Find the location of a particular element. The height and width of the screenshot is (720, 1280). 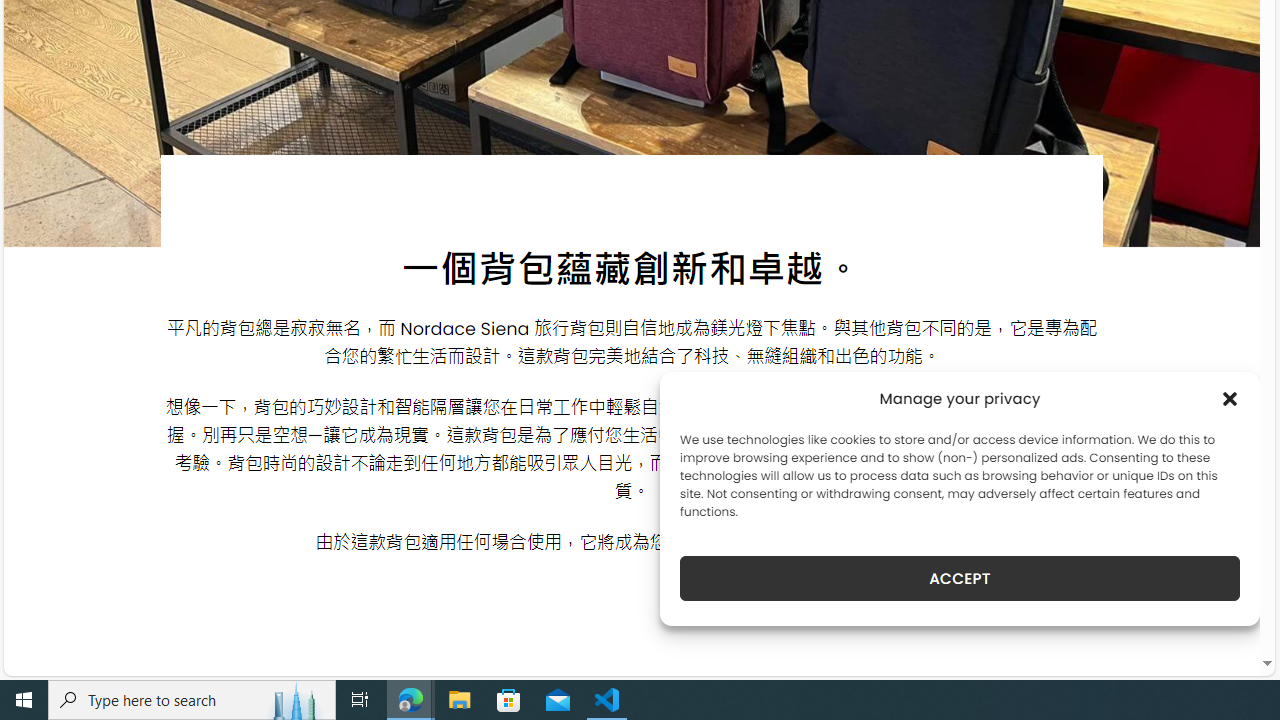

'Microsoft Store' is located at coordinates (509, 698).